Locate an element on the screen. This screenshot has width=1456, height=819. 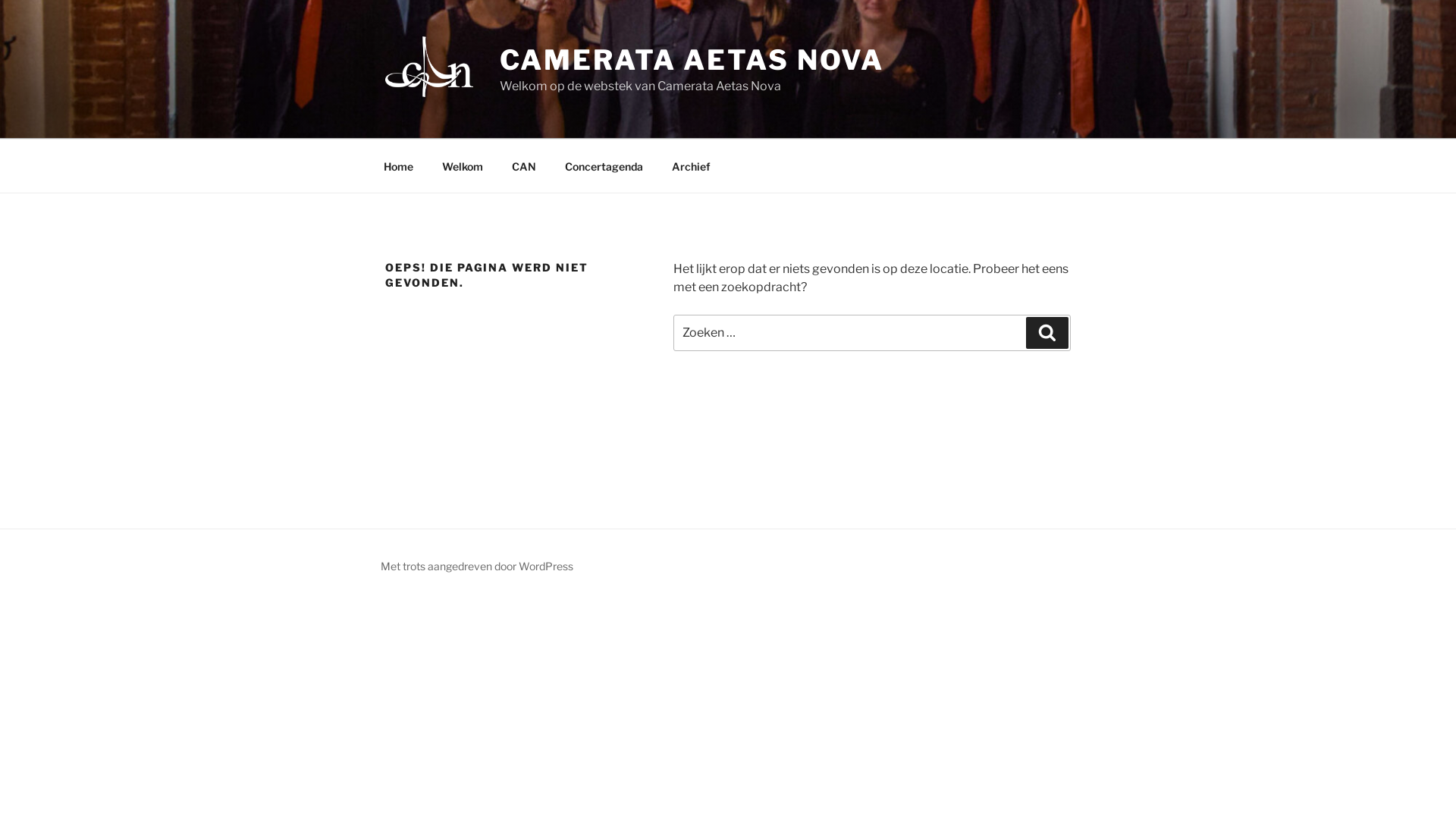
'Zoeken' is located at coordinates (1046, 332).